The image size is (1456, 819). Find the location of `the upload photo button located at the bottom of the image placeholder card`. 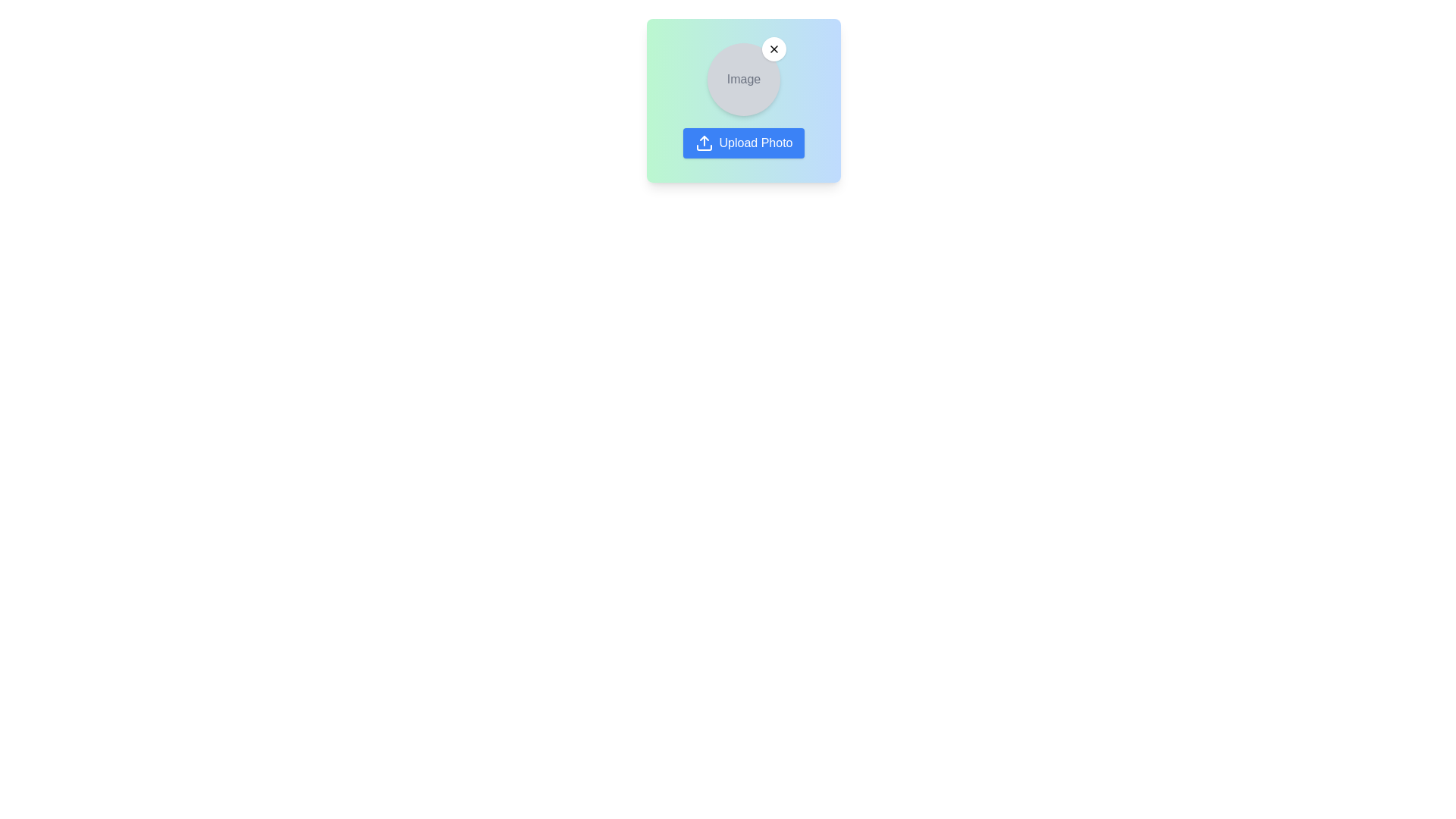

the upload photo button located at the bottom of the image placeholder card is located at coordinates (743, 143).